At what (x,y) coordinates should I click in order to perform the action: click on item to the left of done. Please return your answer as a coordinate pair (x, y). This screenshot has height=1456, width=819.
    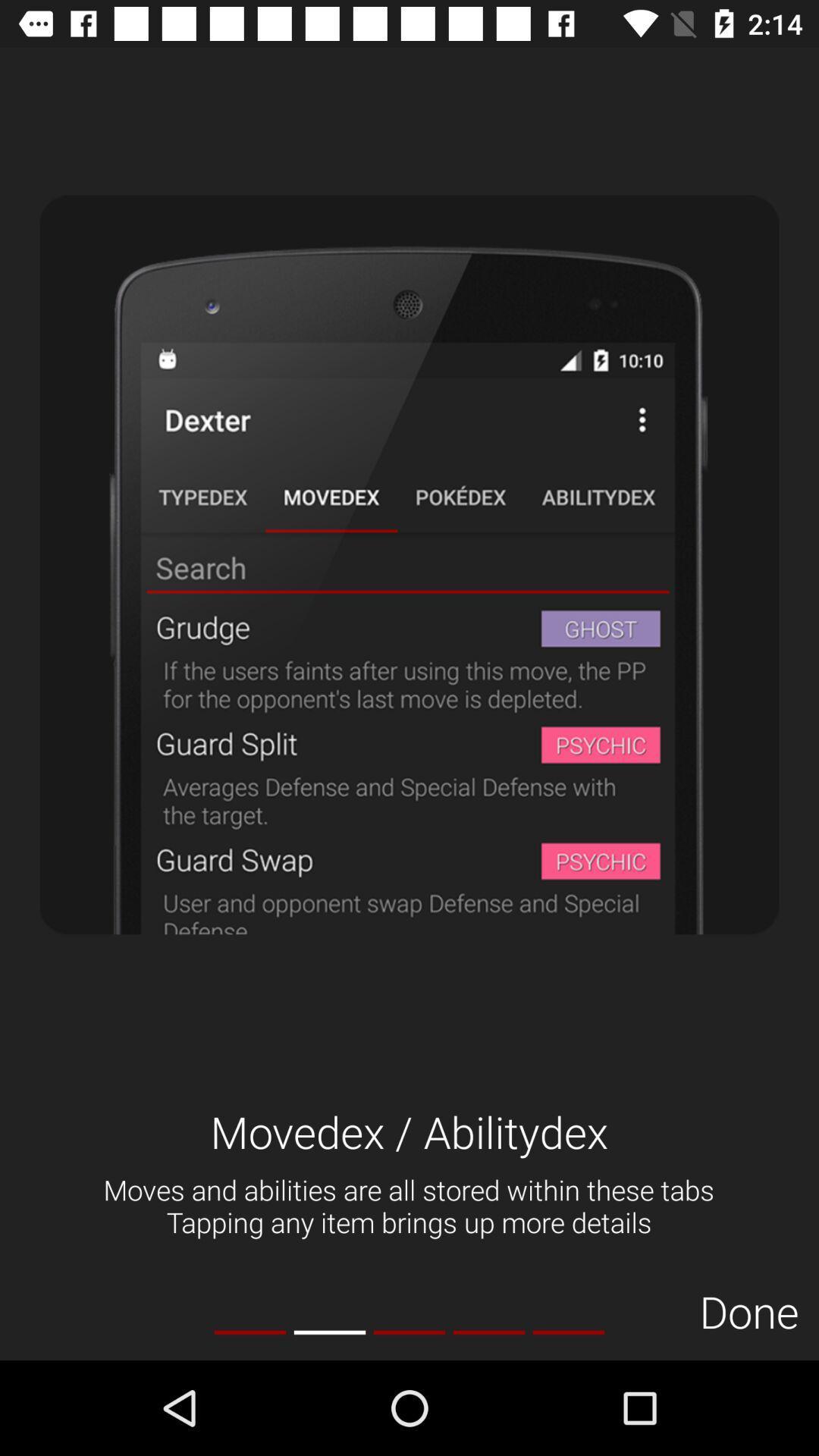
    Looking at the image, I should click on (568, 1332).